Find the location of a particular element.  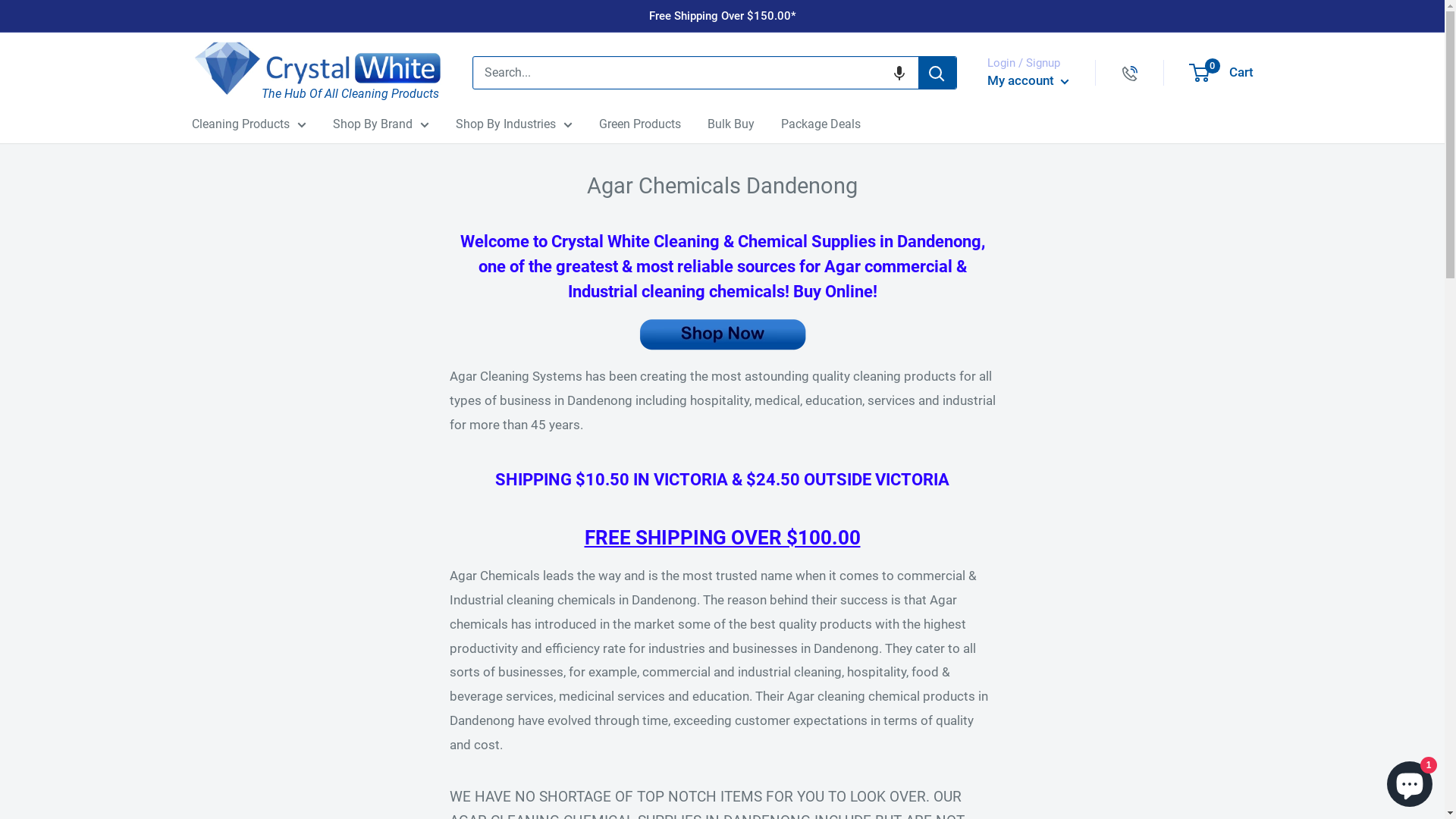

'Bulk Buy' is located at coordinates (730, 124).